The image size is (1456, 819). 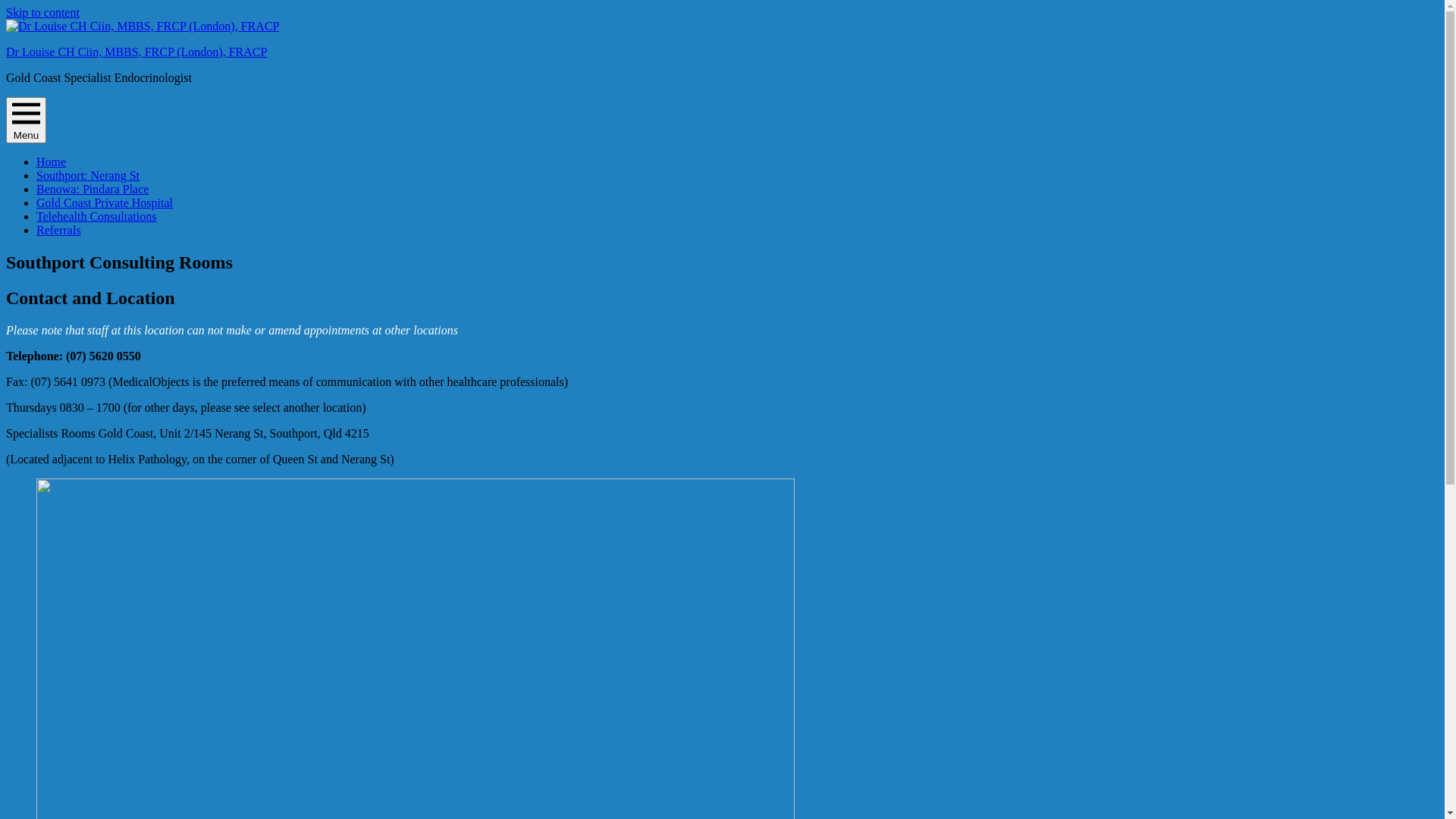 What do you see at coordinates (95, 216) in the screenshot?
I see `'Telehealth Consultations'` at bounding box center [95, 216].